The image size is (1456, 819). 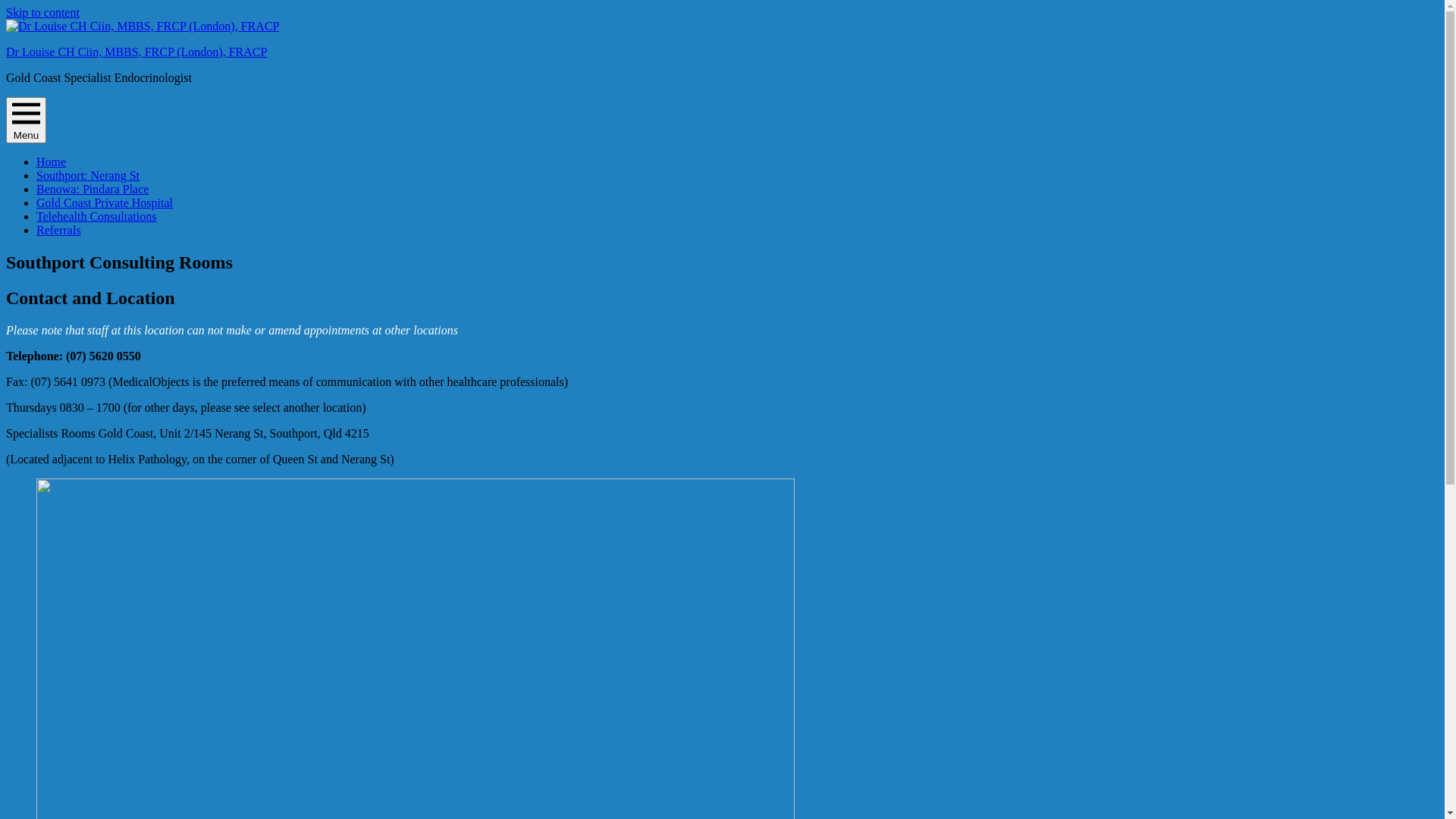 What do you see at coordinates (95, 216) in the screenshot?
I see `'Telehealth Consultations'` at bounding box center [95, 216].